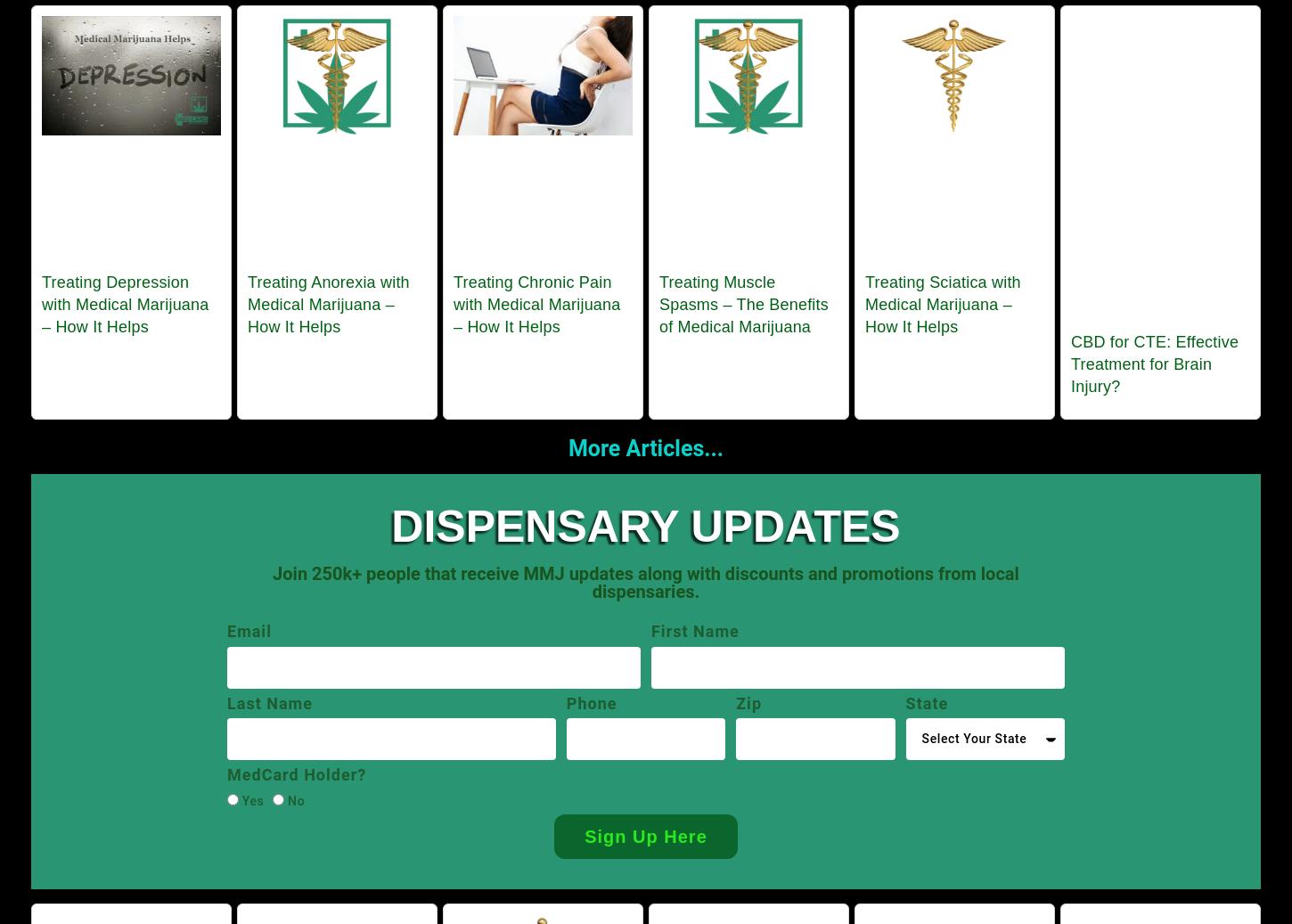 The height and width of the screenshot is (924, 1292). Describe the element at coordinates (748, 702) in the screenshot. I see `'Zip'` at that location.